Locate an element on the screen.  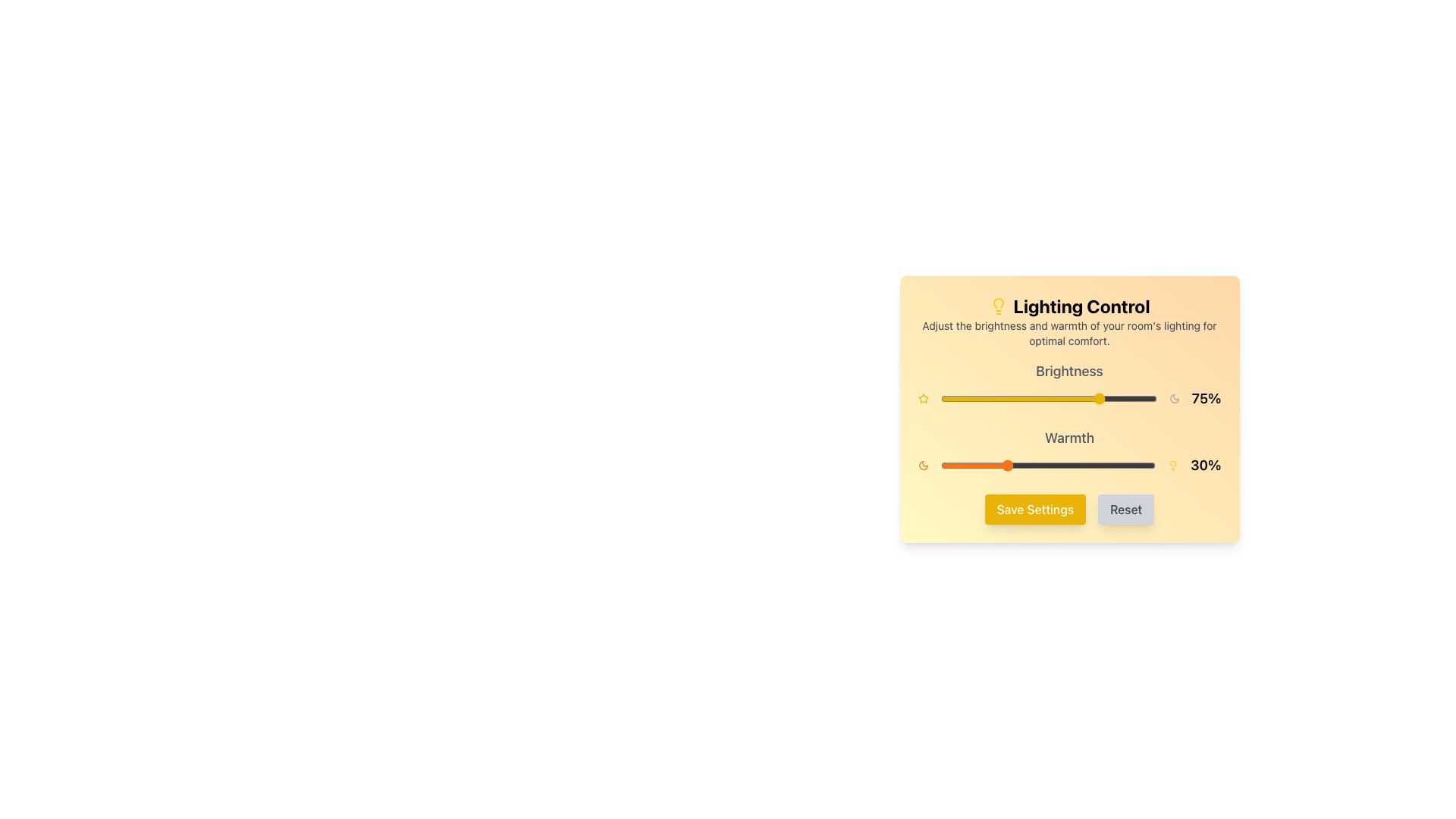
the warmth is located at coordinates (1047, 464).